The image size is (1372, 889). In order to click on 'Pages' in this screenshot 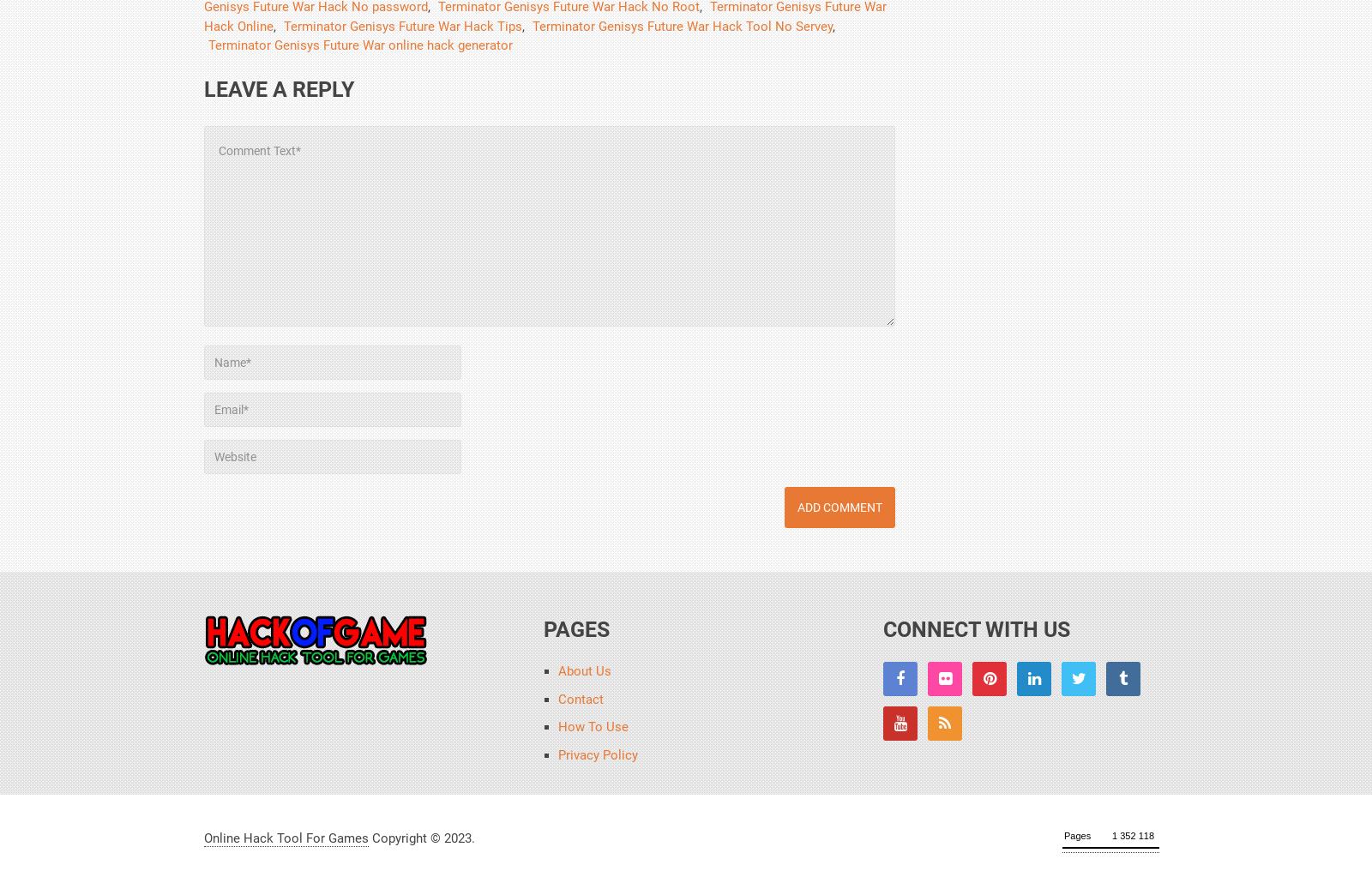, I will do `click(576, 629)`.